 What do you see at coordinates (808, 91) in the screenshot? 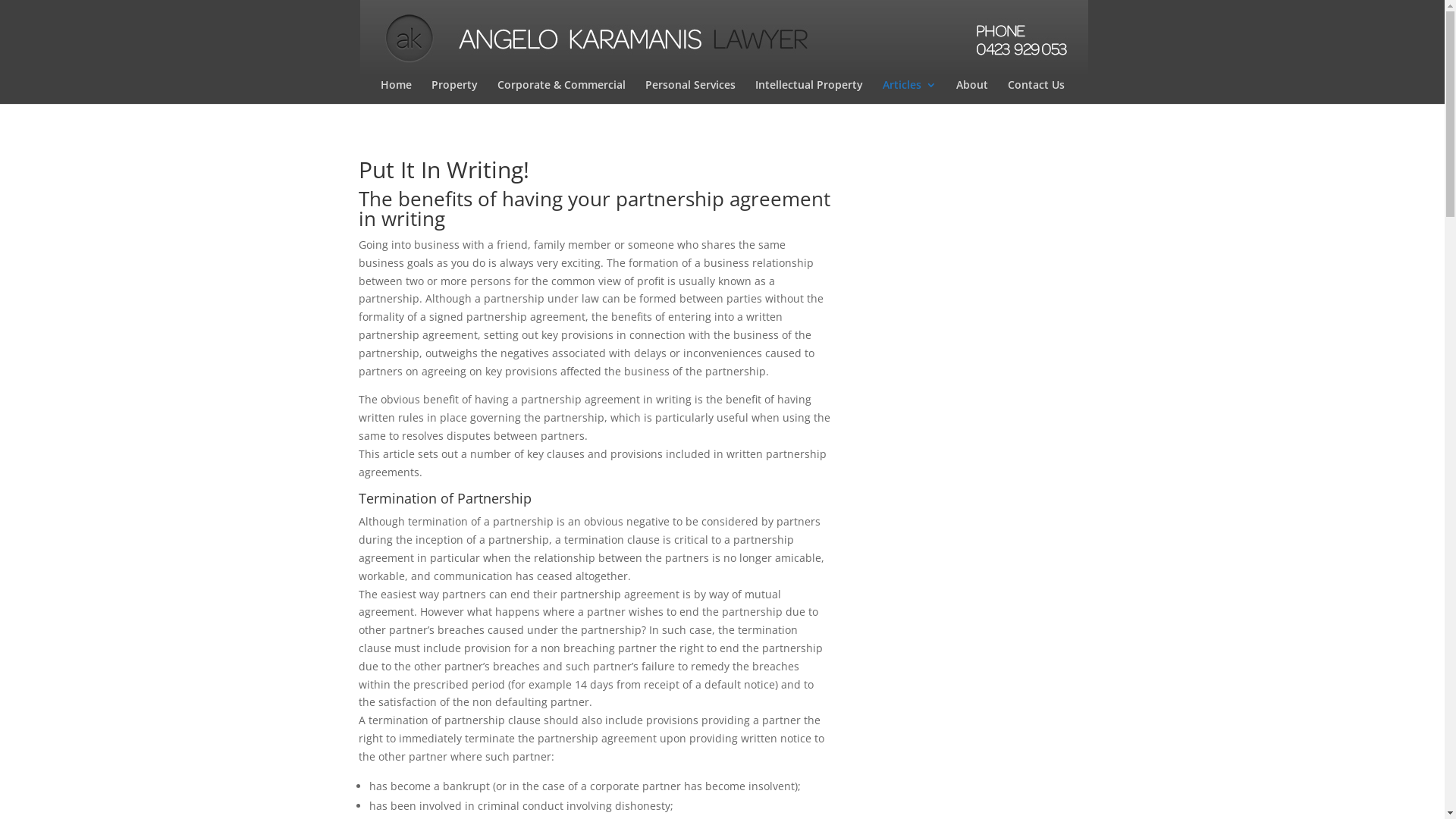
I see `'Intellectual Property'` at bounding box center [808, 91].